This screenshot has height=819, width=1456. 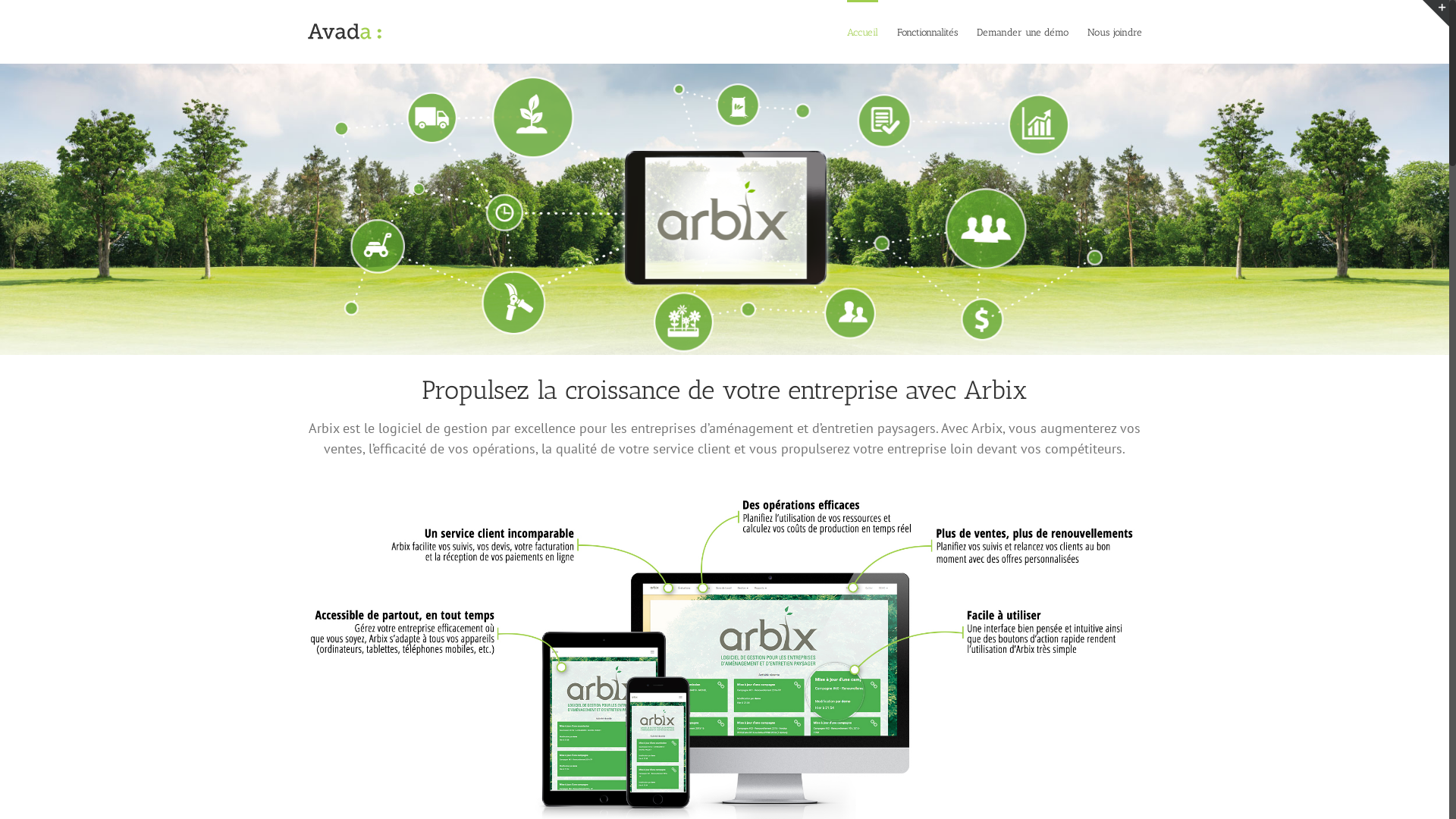 I want to click on 'Nous joindre', so click(x=1087, y=31).